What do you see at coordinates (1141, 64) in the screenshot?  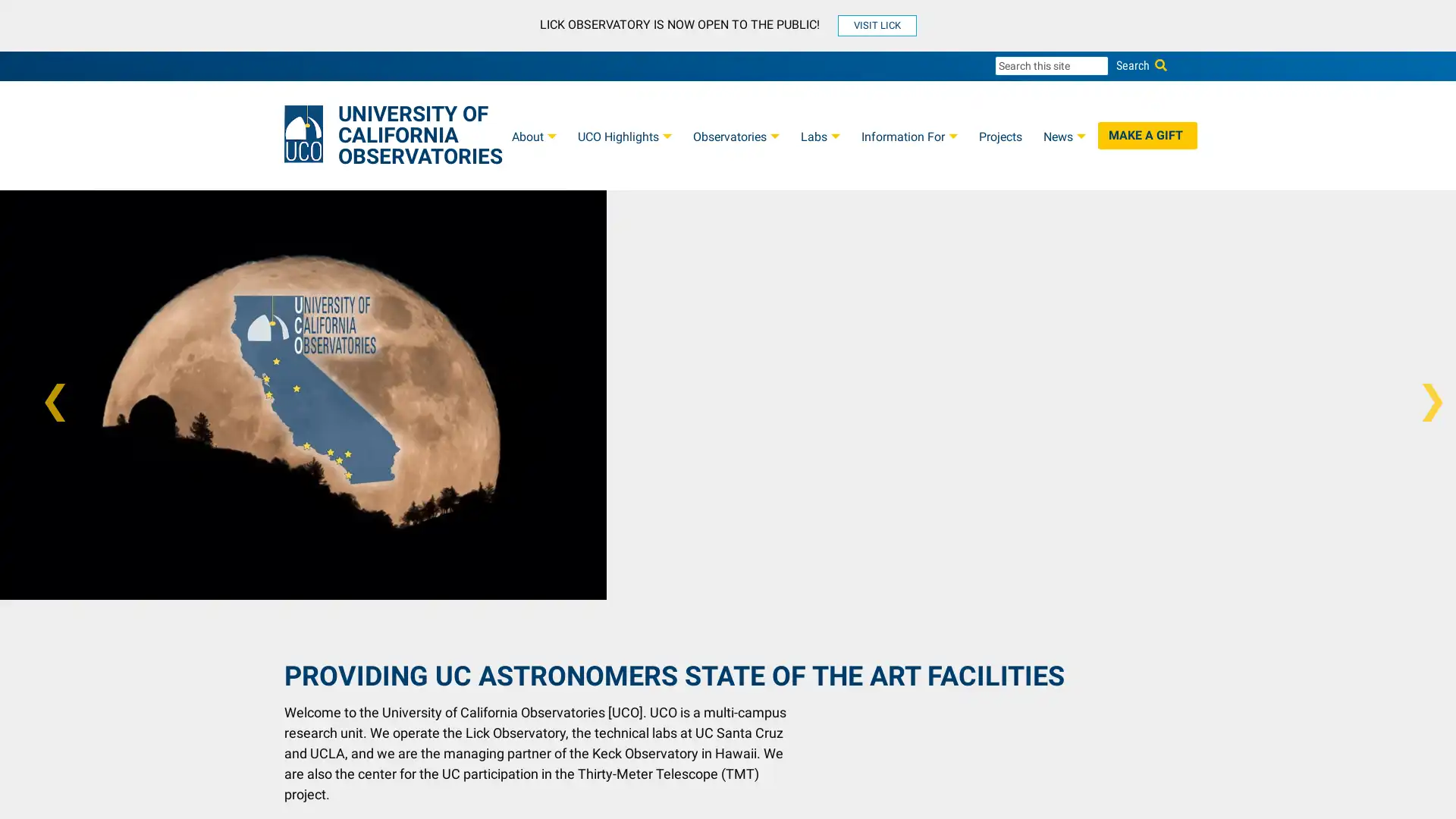 I see `Search` at bounding box center [1141, 64].